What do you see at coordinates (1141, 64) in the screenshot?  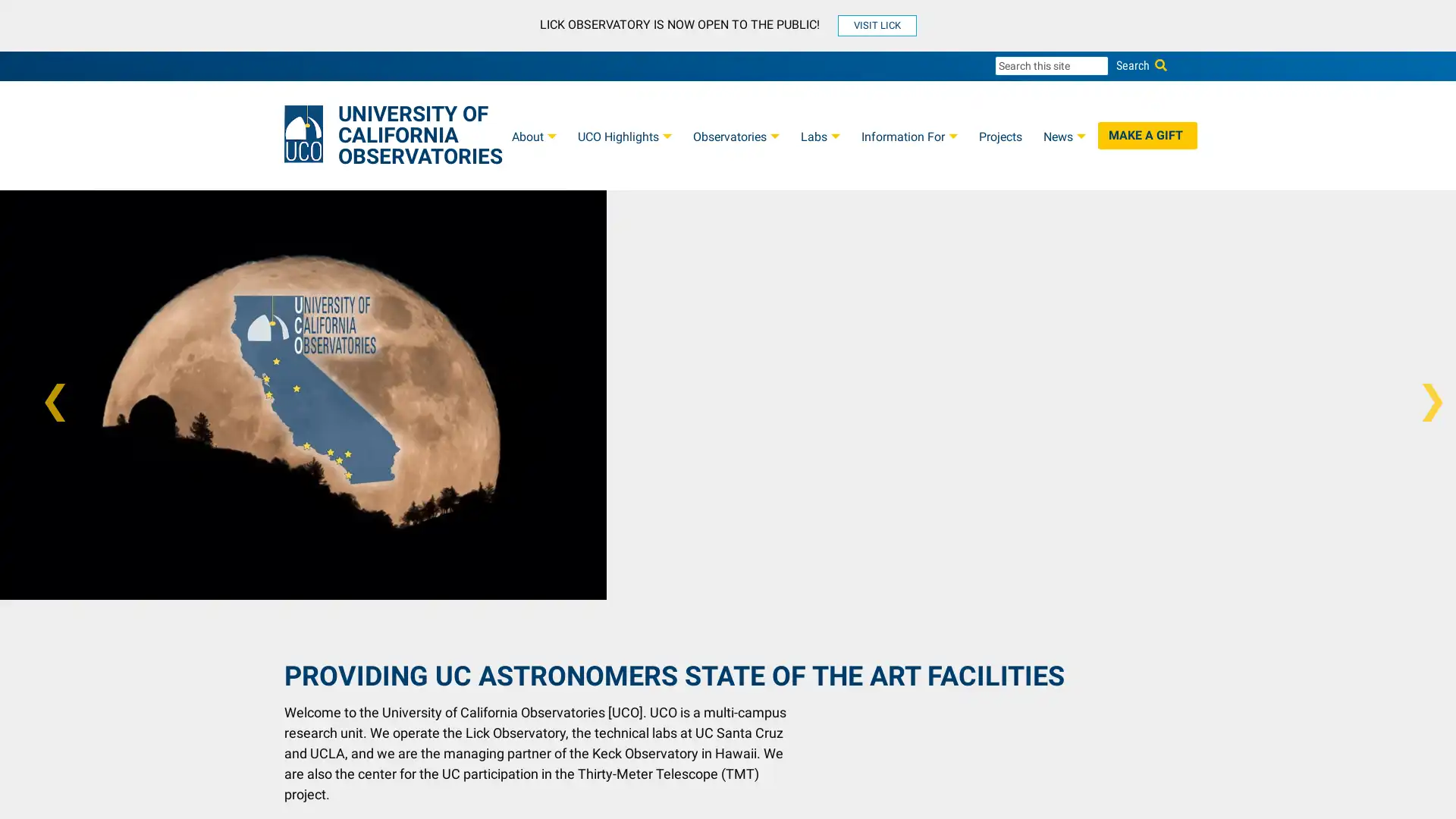 I see `Search` at bounding box center [1141, 64].